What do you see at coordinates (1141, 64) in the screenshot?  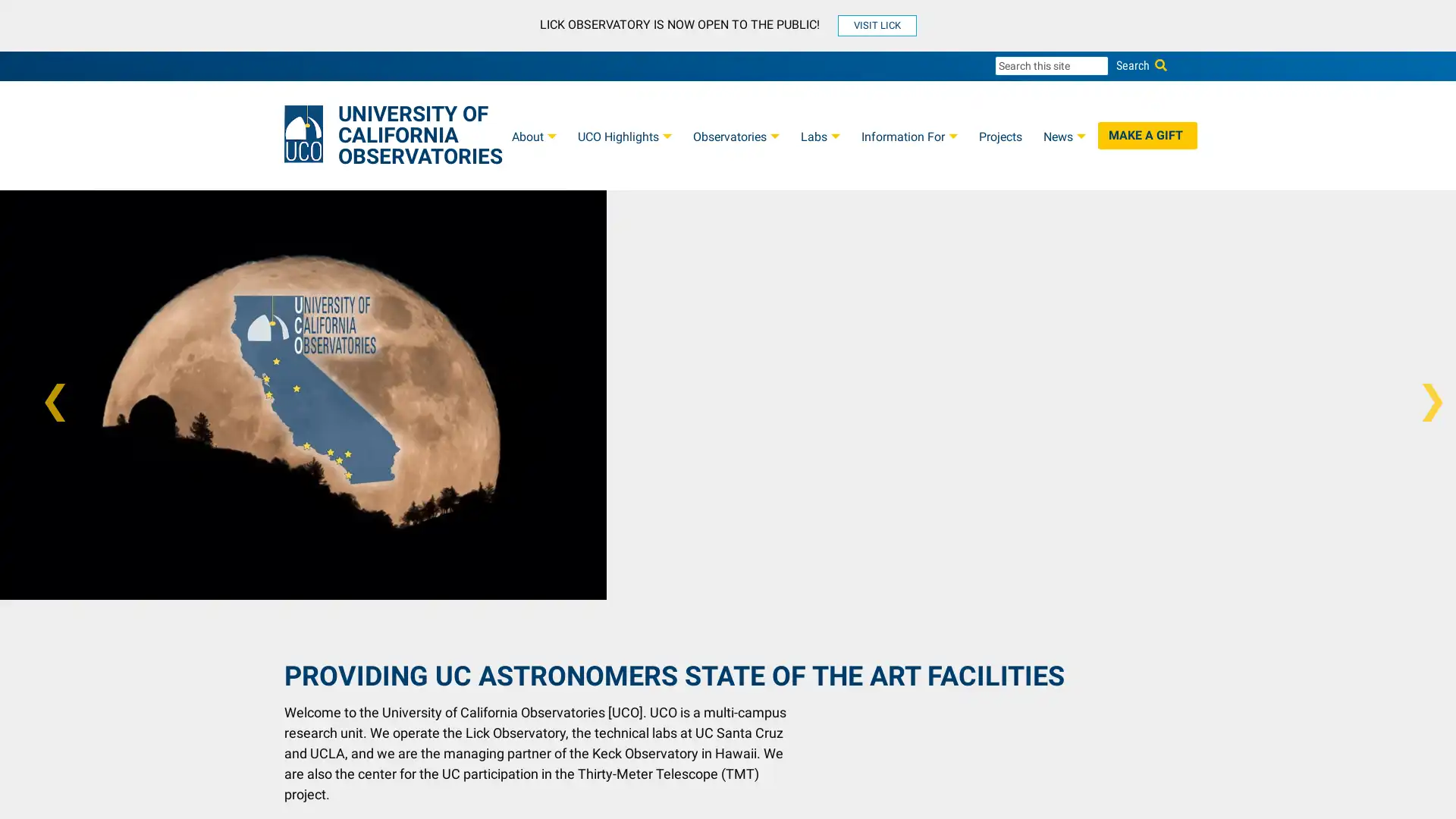 I see `Search` at bounding box center [1141, 64].